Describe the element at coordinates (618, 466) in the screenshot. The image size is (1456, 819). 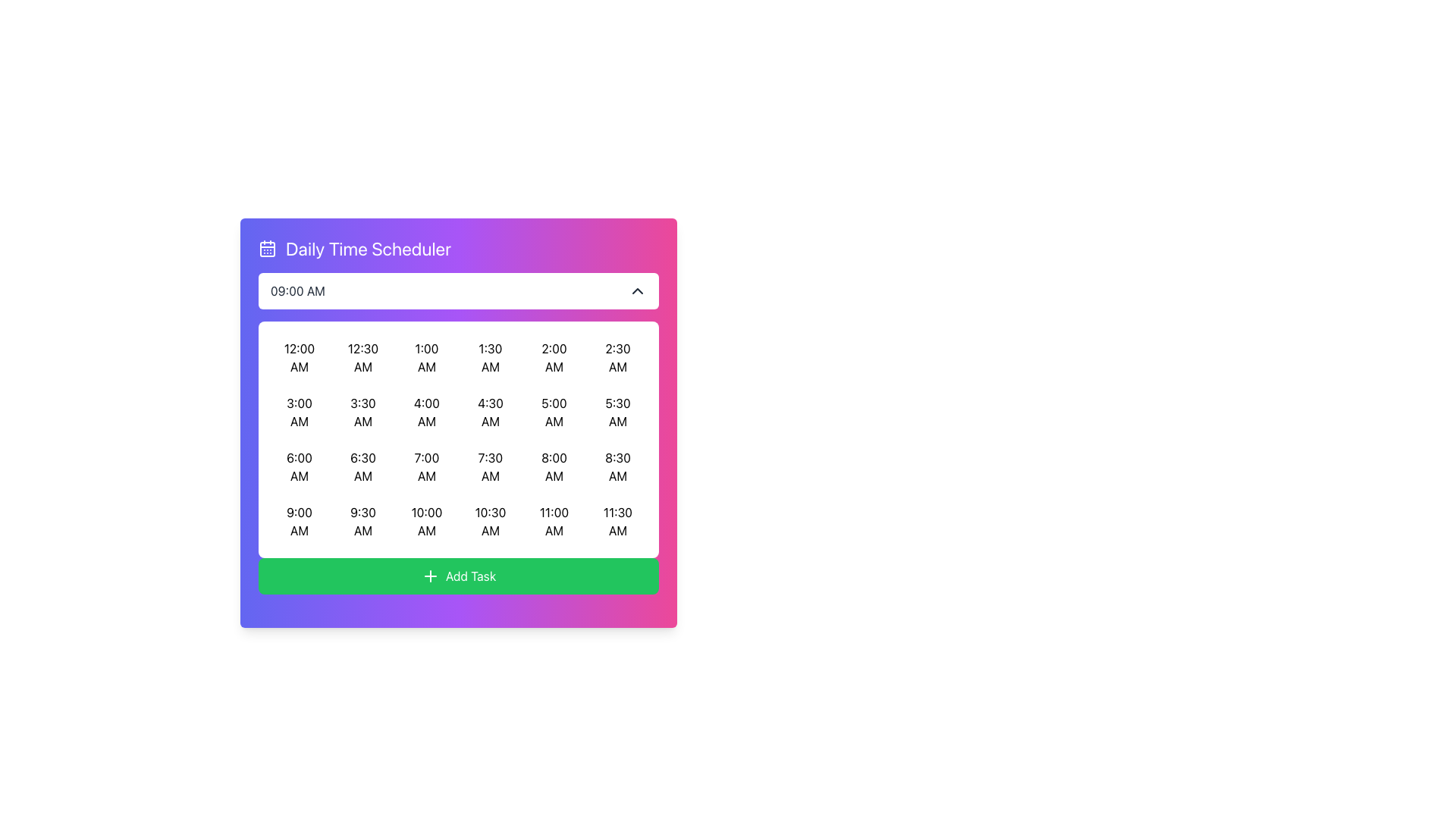
I see `the selectable time slot button for '8:30 AM'` at that location.